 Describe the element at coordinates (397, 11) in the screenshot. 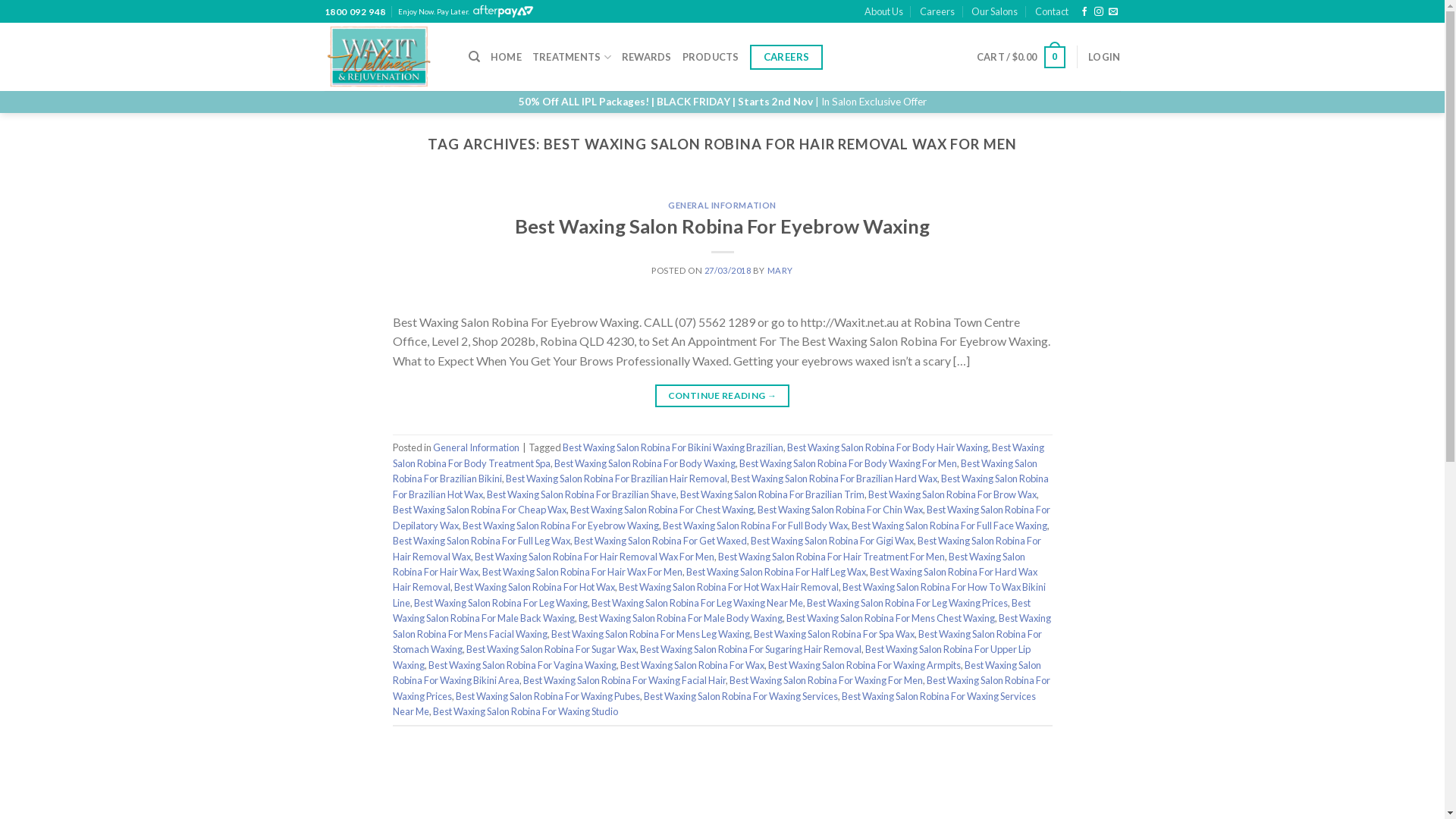

I see `'Enjoy Now. Pay Later.'` at that location.